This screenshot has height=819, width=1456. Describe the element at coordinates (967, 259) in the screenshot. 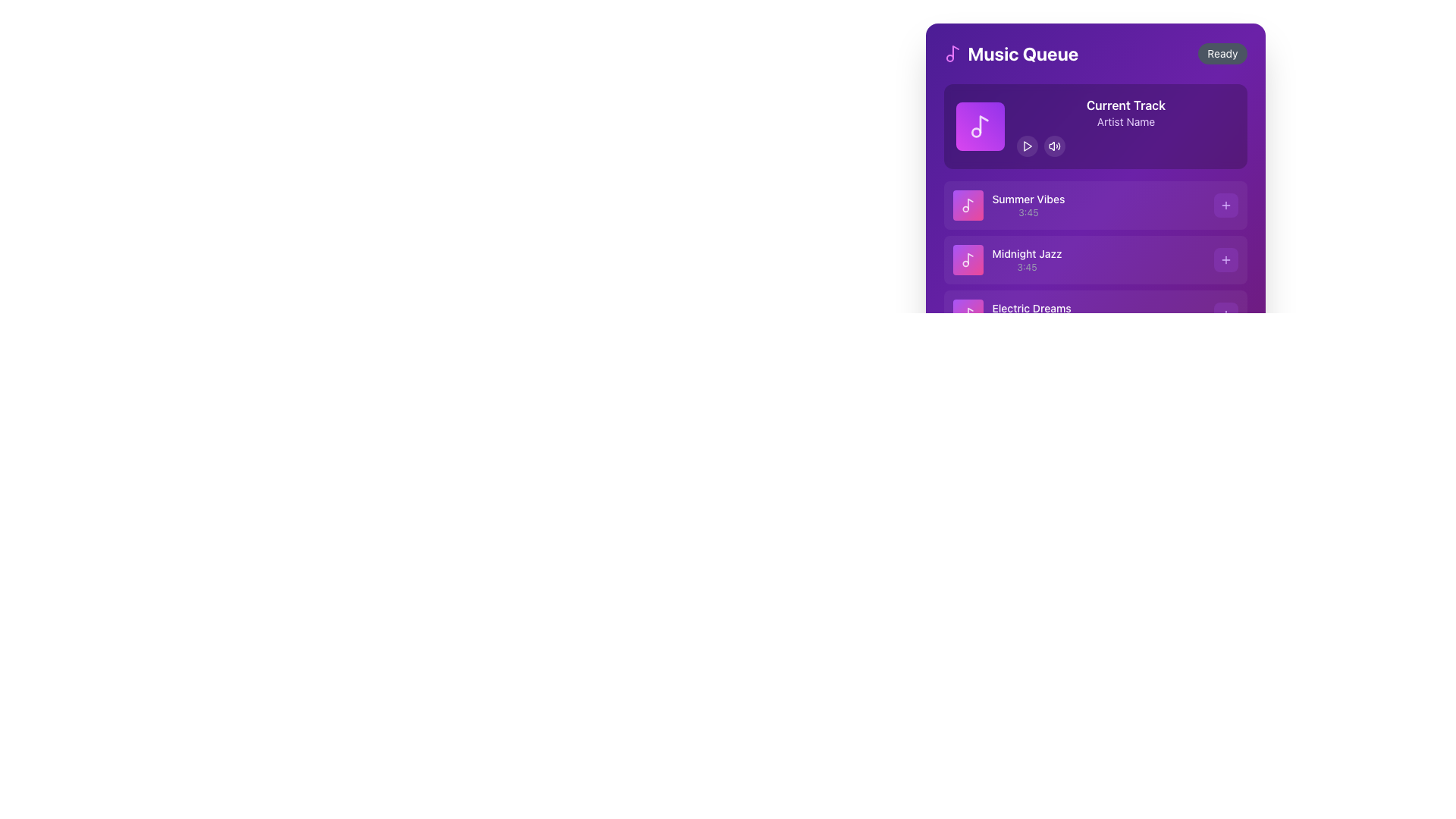

I see `the square-shaped icon button with a gradient background from purple to pink, featuring a white music note icon, located to the left of the text label 'Midnight Jazz 3:45'` at that location.